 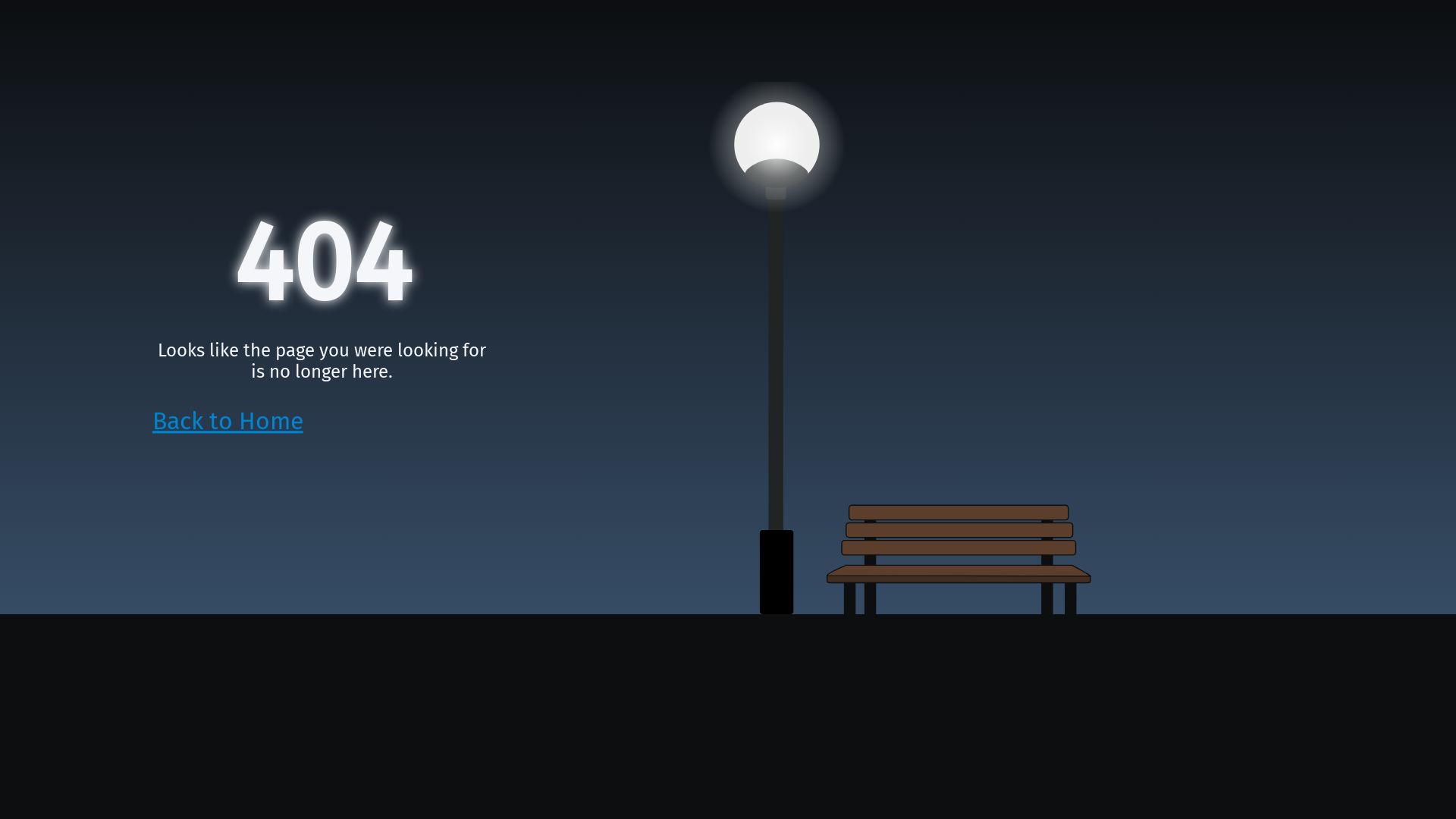 I want to click on 'Back to Home', so click(x=227, y=421).